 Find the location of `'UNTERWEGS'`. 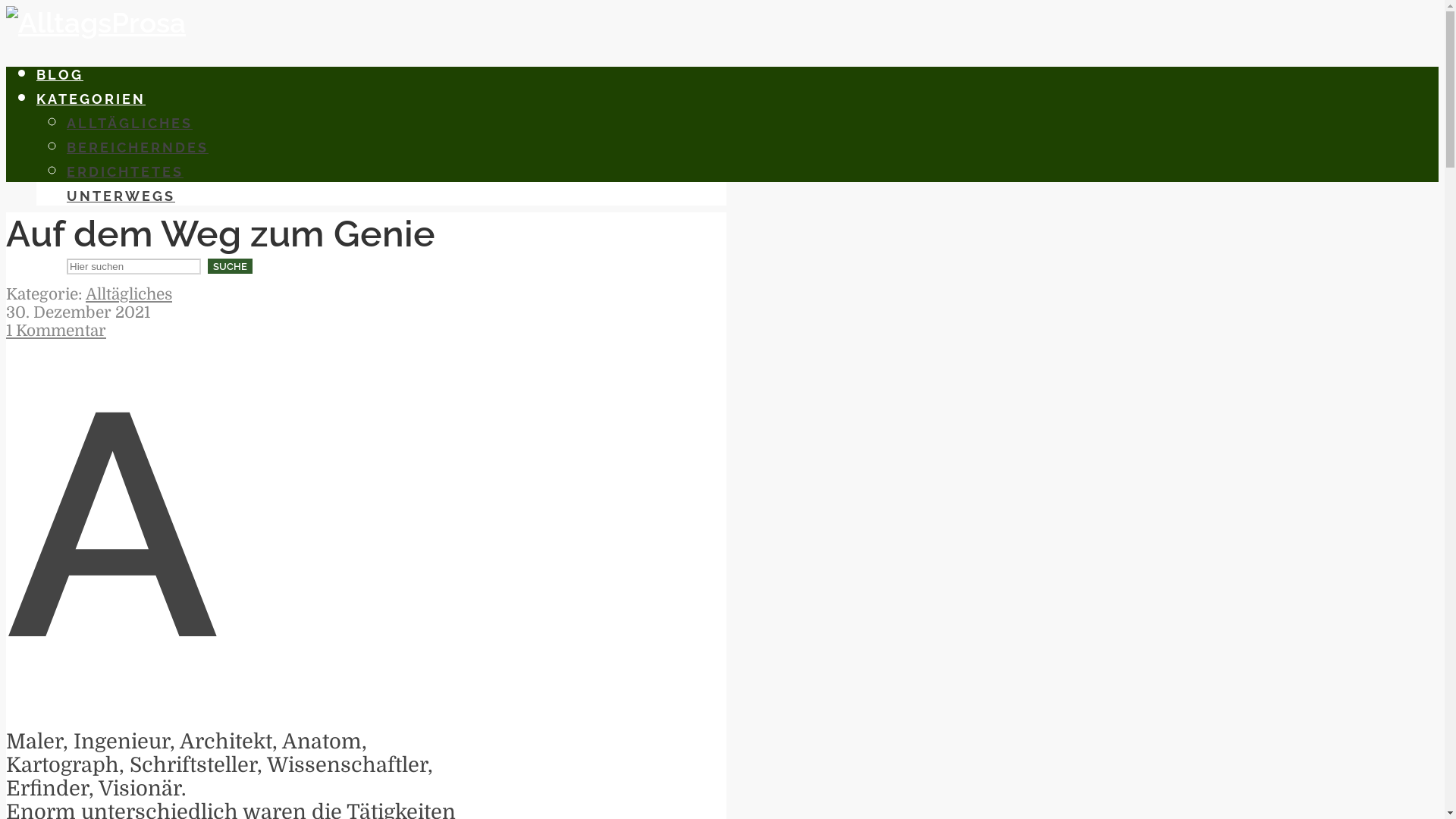

'UNTERWEGS' is located at coordinates (65, 195).